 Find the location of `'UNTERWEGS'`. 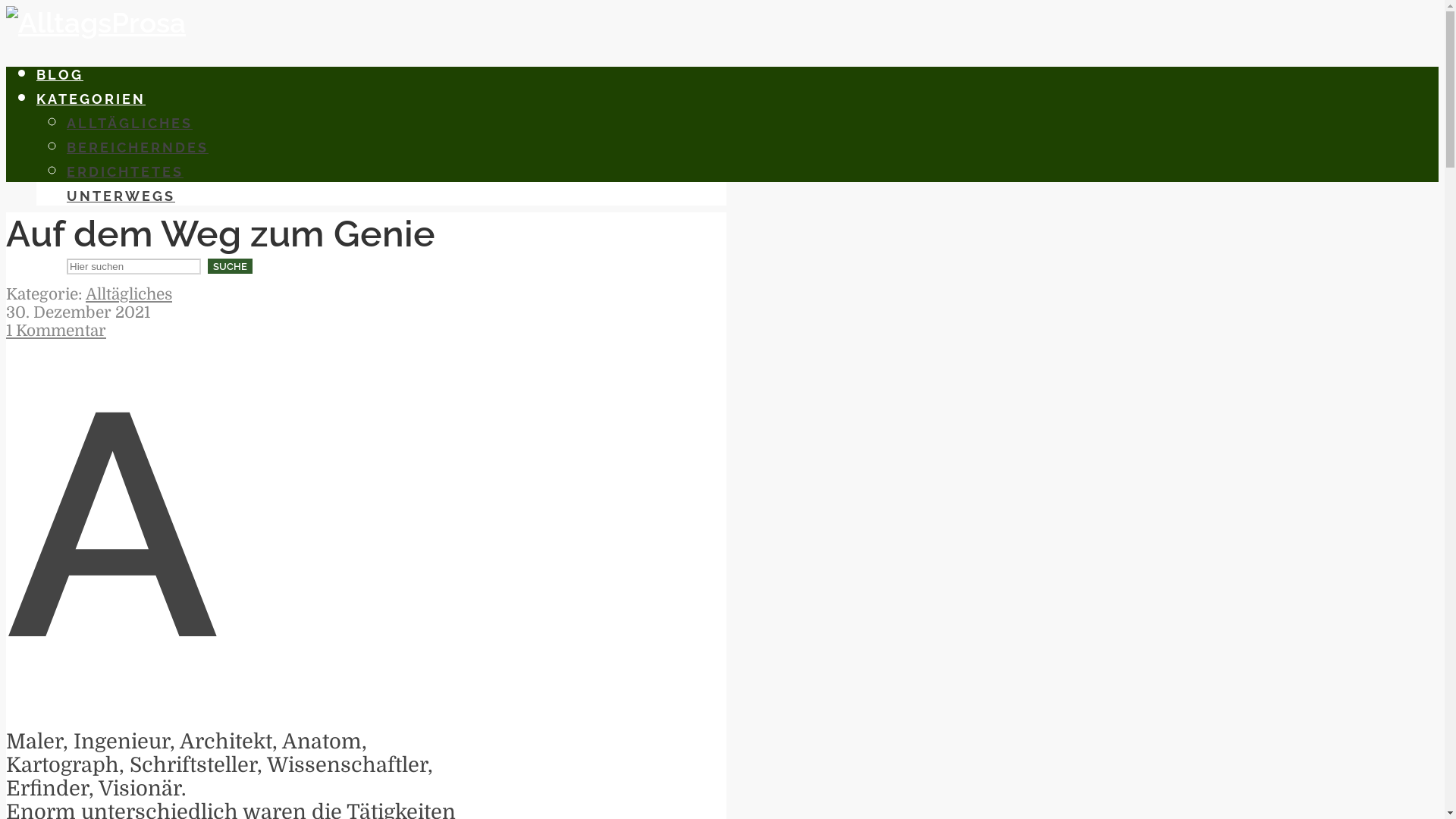

'UNTERWEGS' is located at coordinates (65, 195).